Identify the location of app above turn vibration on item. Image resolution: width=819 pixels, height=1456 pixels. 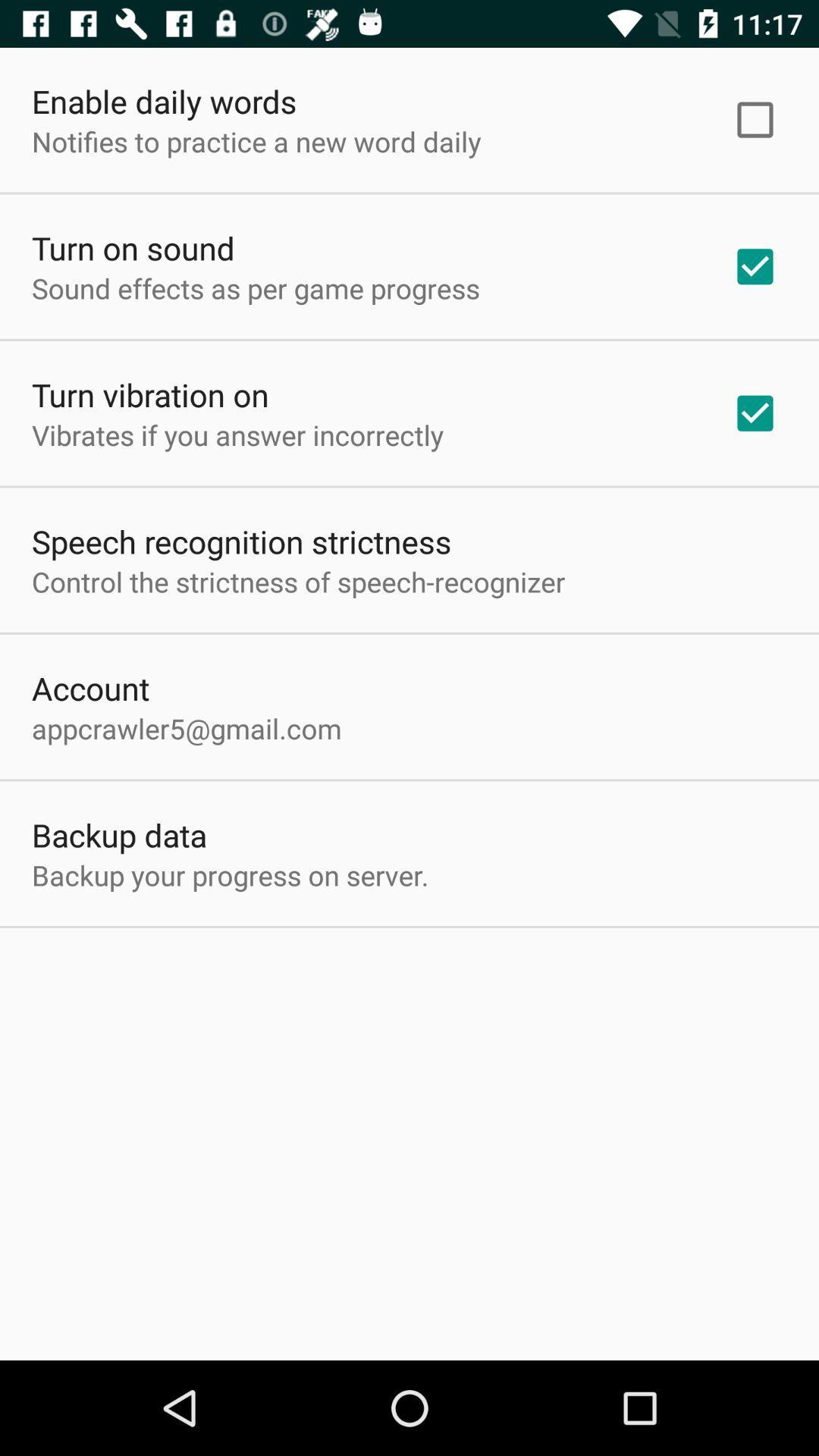
(255, 288).